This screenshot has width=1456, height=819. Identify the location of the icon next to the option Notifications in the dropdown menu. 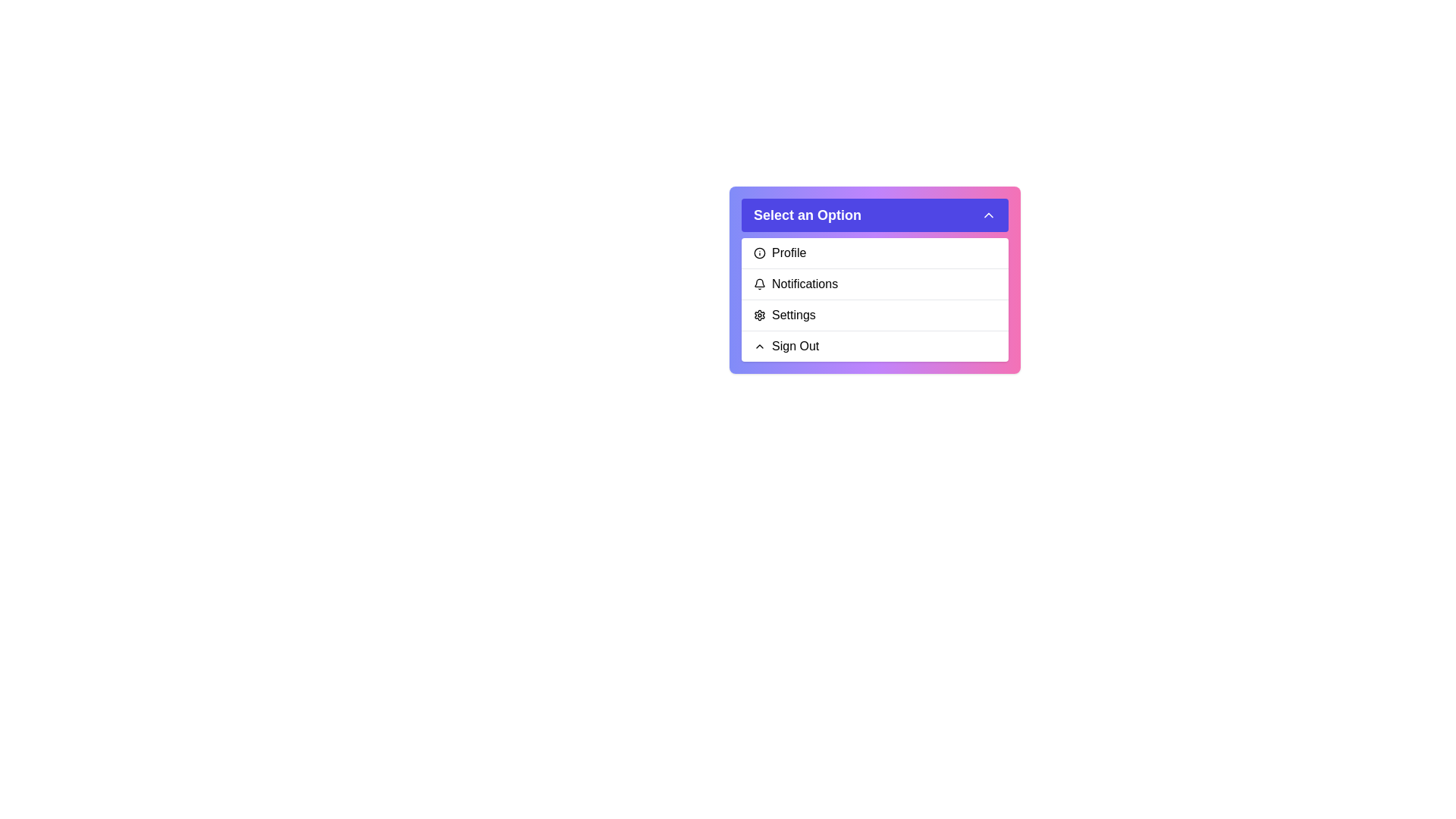
(760, 284).